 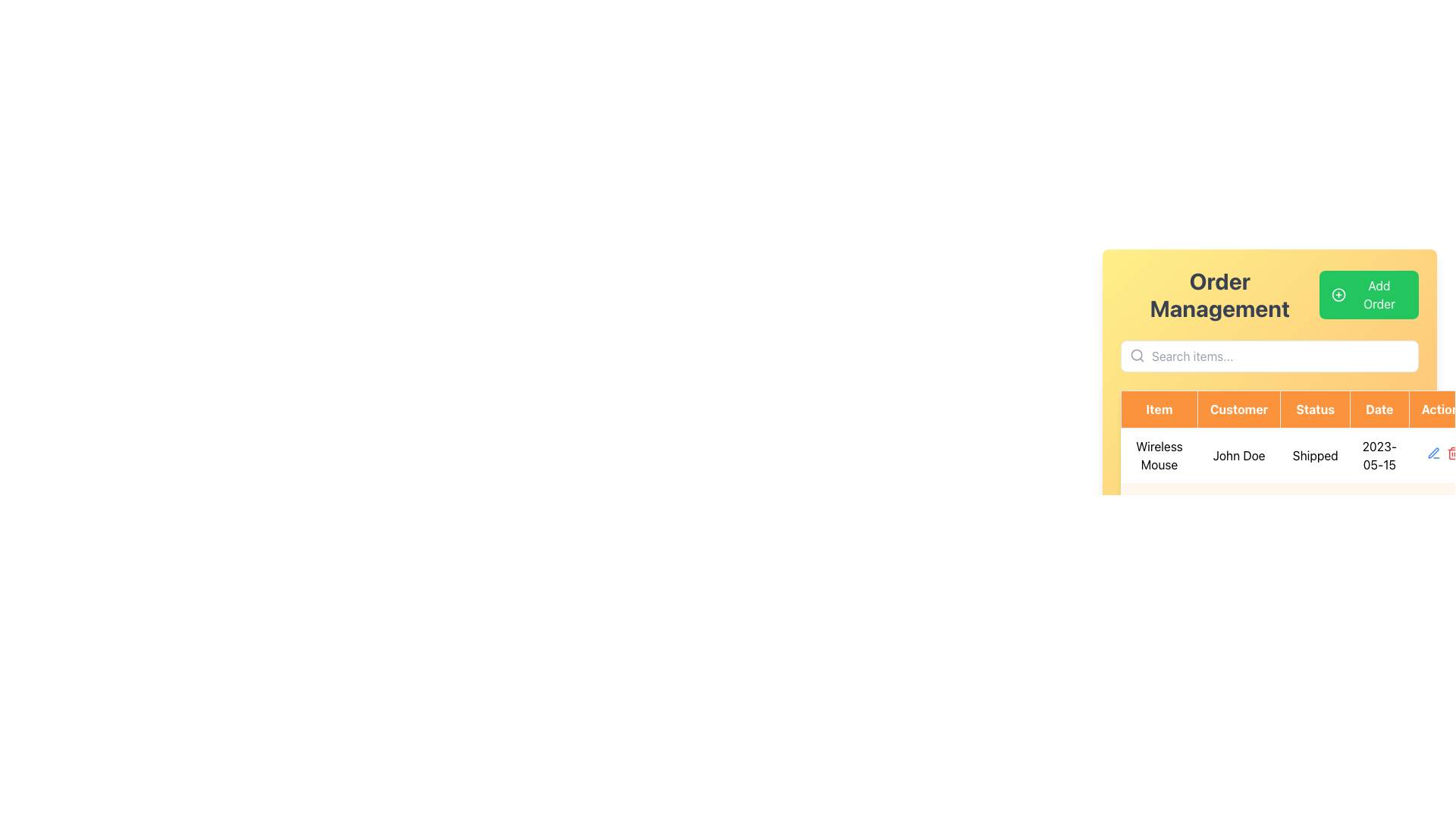 I want to click on the static textual content indicating the shipping status of the 'Wireless Mouse' entry in the table, which follows 'John Doe' in the 'Customer' column and precedes the 'Date' column, so click(x=1314, y=454).